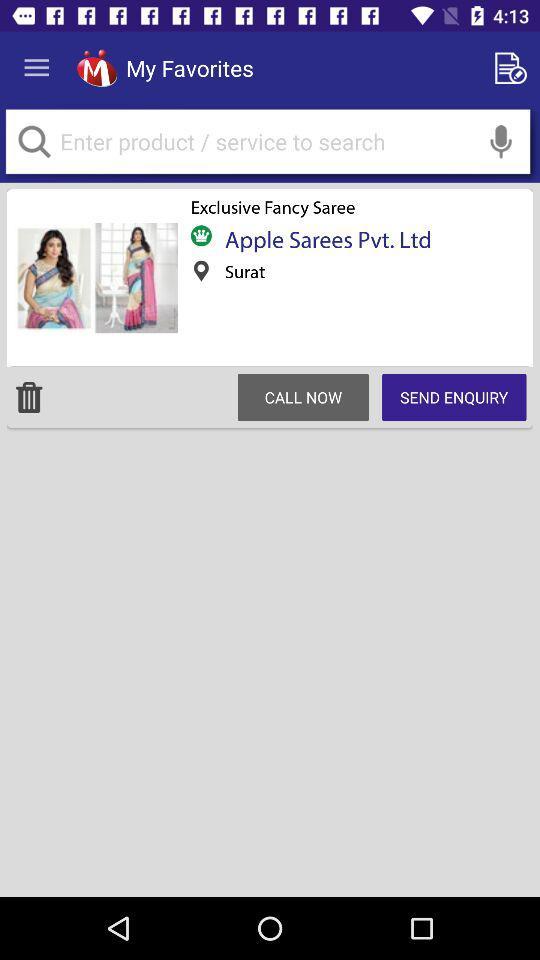 Image resolution: width=540 pixels, height=960 pixels. I want to click on the item to the right of call now icon, so click(454, 396).